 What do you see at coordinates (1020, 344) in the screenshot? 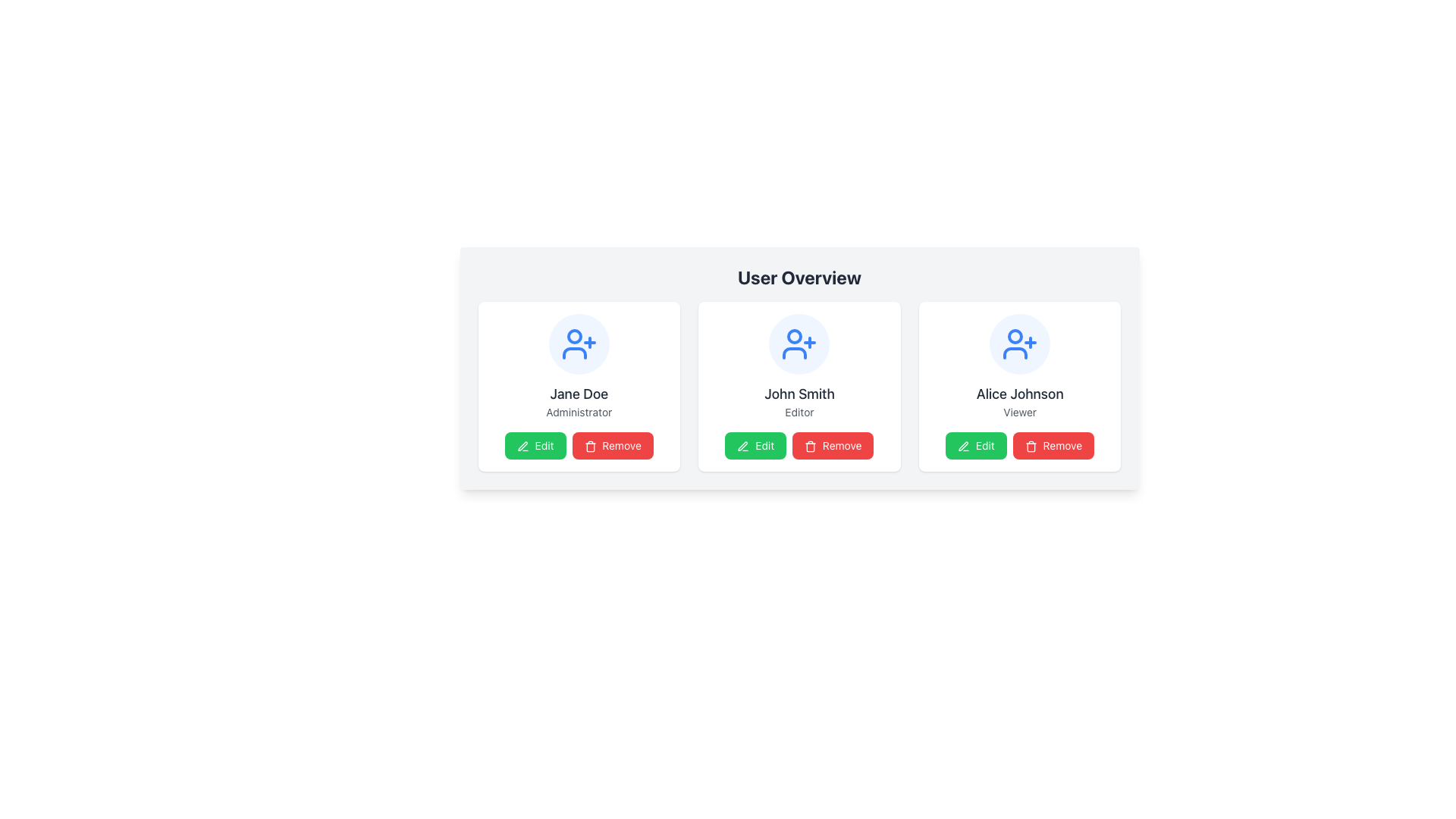
I see `the circular icon with a light blue background and a blue user profile vector, located at the top center of the card for 'Alice Johnson' in the 'User Overview' section` at bounding box center [1020, 344].